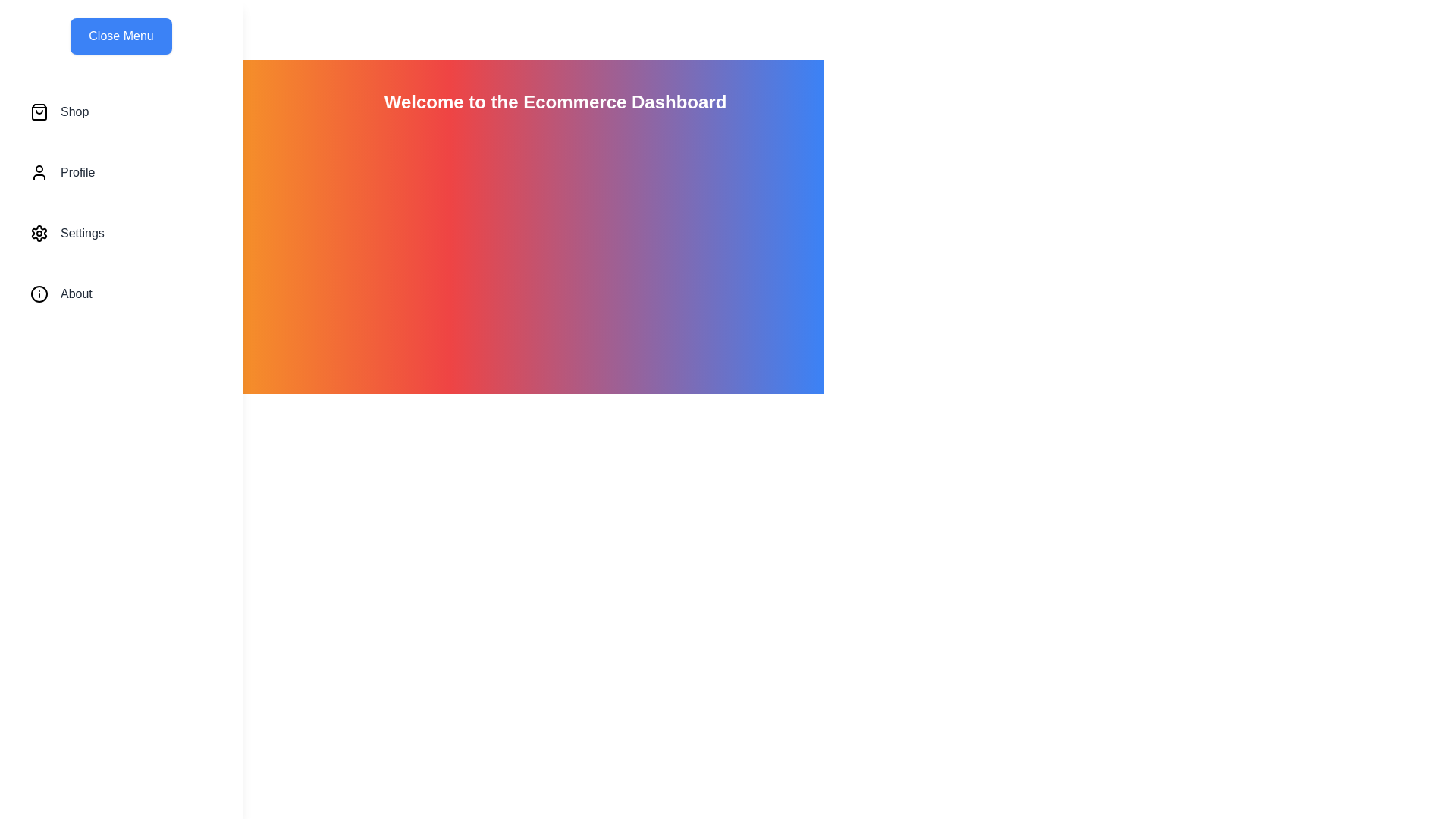 This screenshot has height=819, width=1456. What do you see at coordinates (120, 294) in the screenshot?
I see `the menu item About to highlight it` at bounding box center [120, 294].